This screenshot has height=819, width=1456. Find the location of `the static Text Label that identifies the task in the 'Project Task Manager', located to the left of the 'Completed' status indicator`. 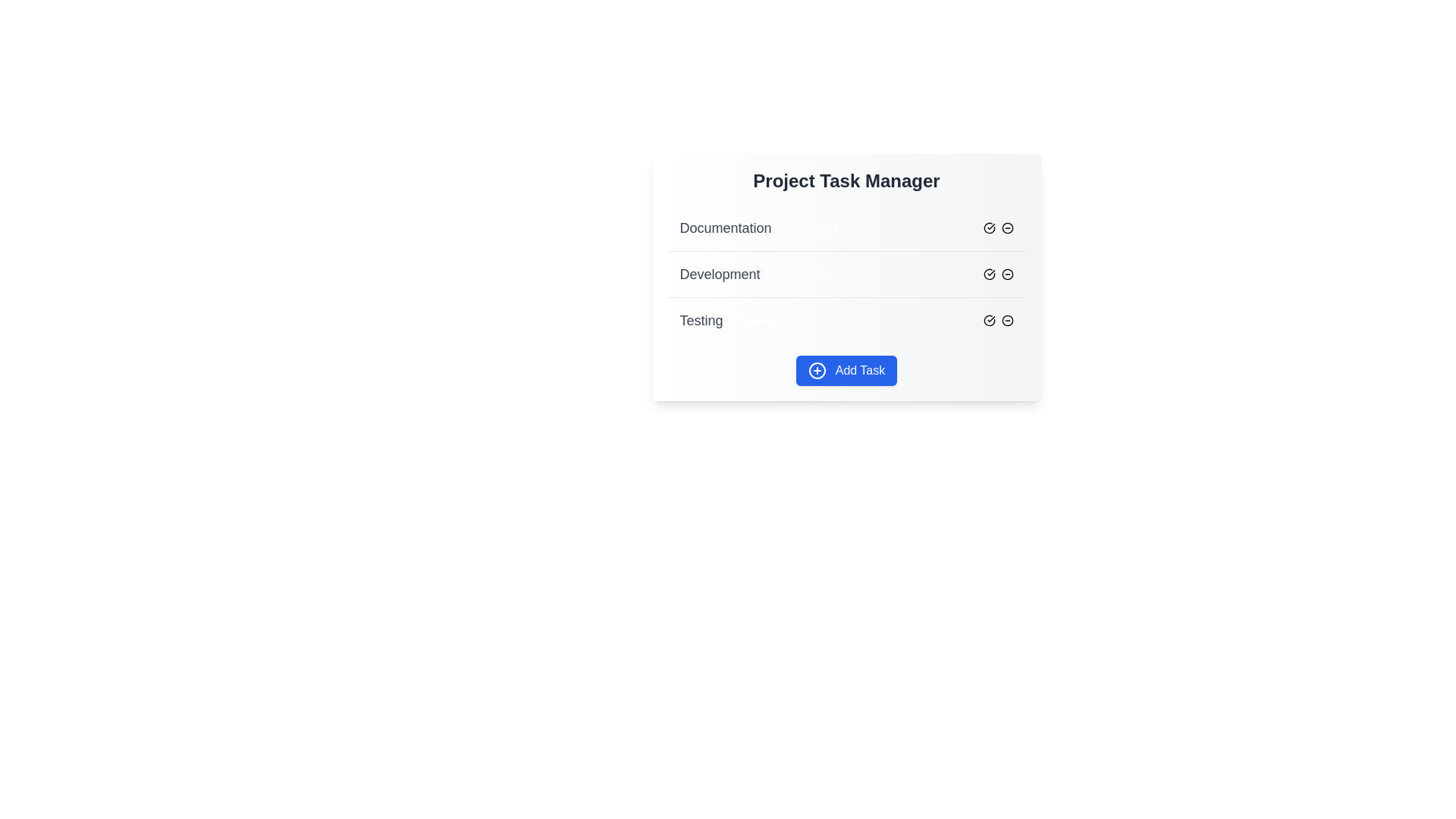

the static Text Label that identifies the task in the 'Project Task Manager', located to the left of the 'Completed' status indicator is located at coordinates (725, 227).